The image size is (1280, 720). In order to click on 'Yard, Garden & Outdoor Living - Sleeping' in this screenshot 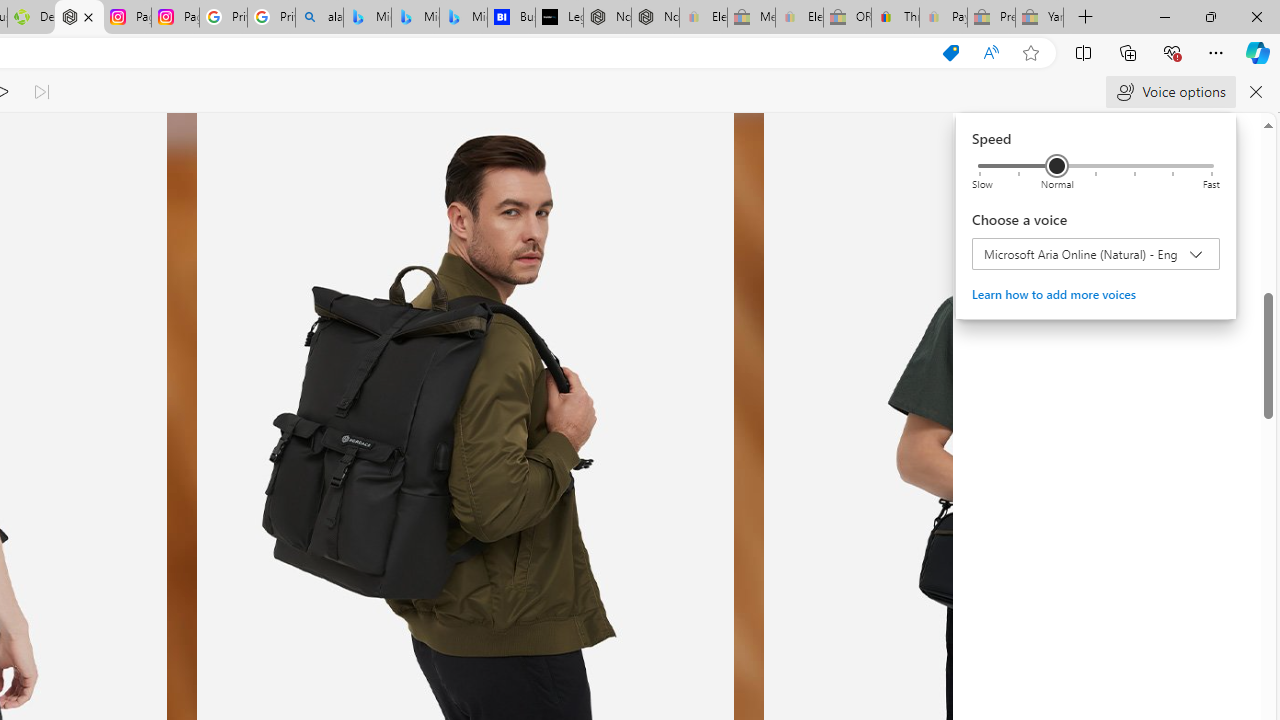, I will do `click(1040, 17)`.